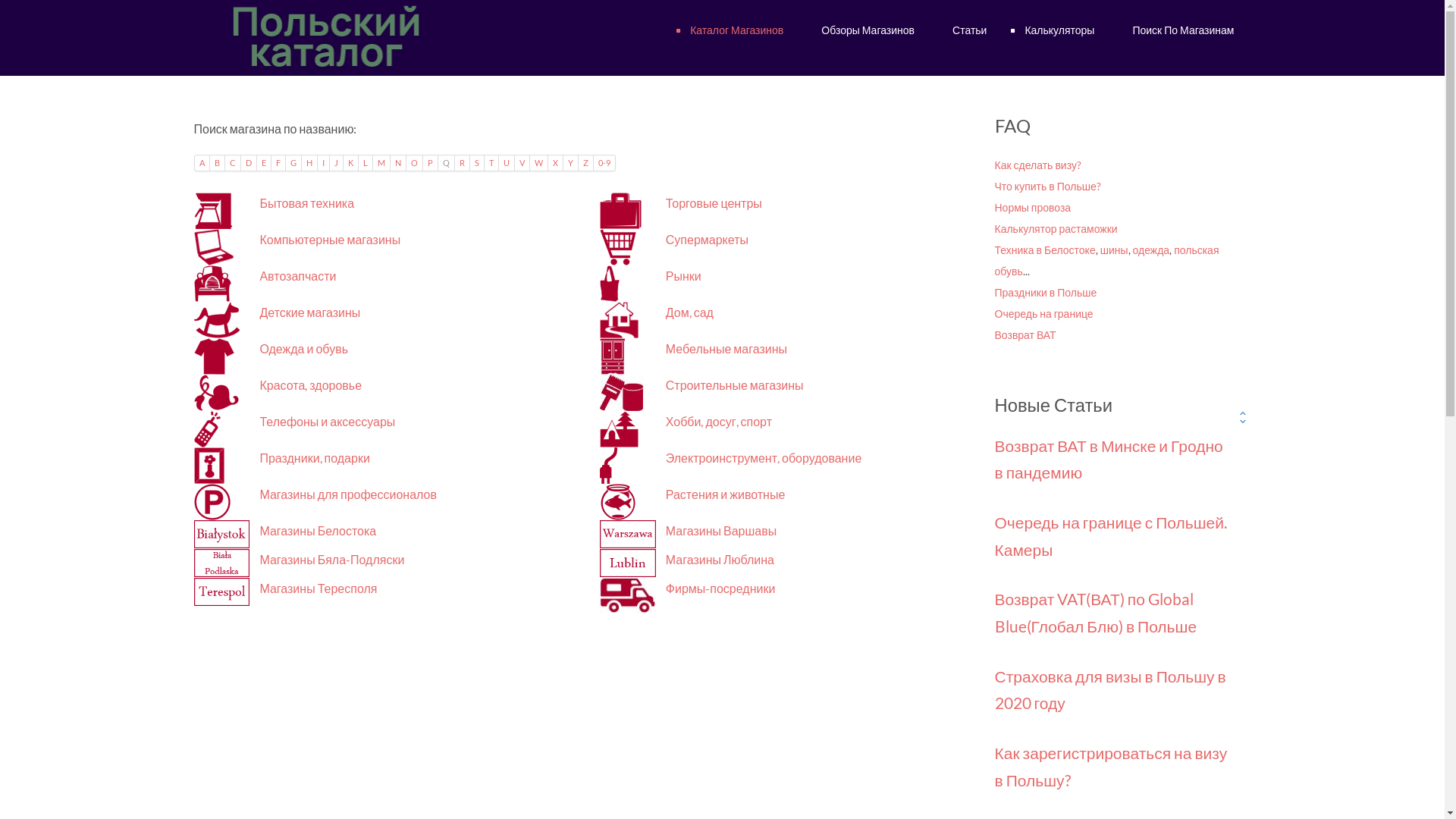 The width and height of the screenshot is (1456, 819). Describe the element at coordinates (256, 163) in the screenshot. I see `'E'` at that location.